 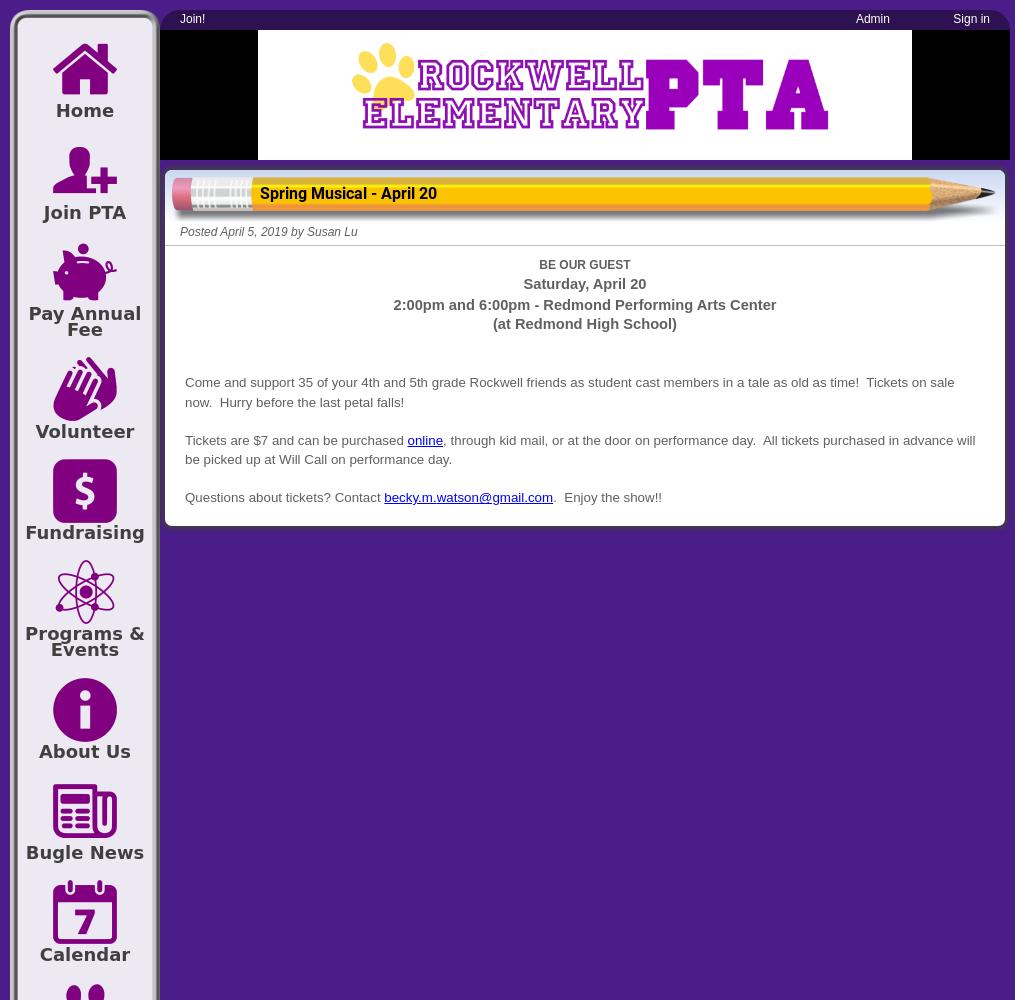 What do you see at coordinates (493, 496) in the screenshot?
I see `'watson@gmail.com'` at bounding box center [493, 496].